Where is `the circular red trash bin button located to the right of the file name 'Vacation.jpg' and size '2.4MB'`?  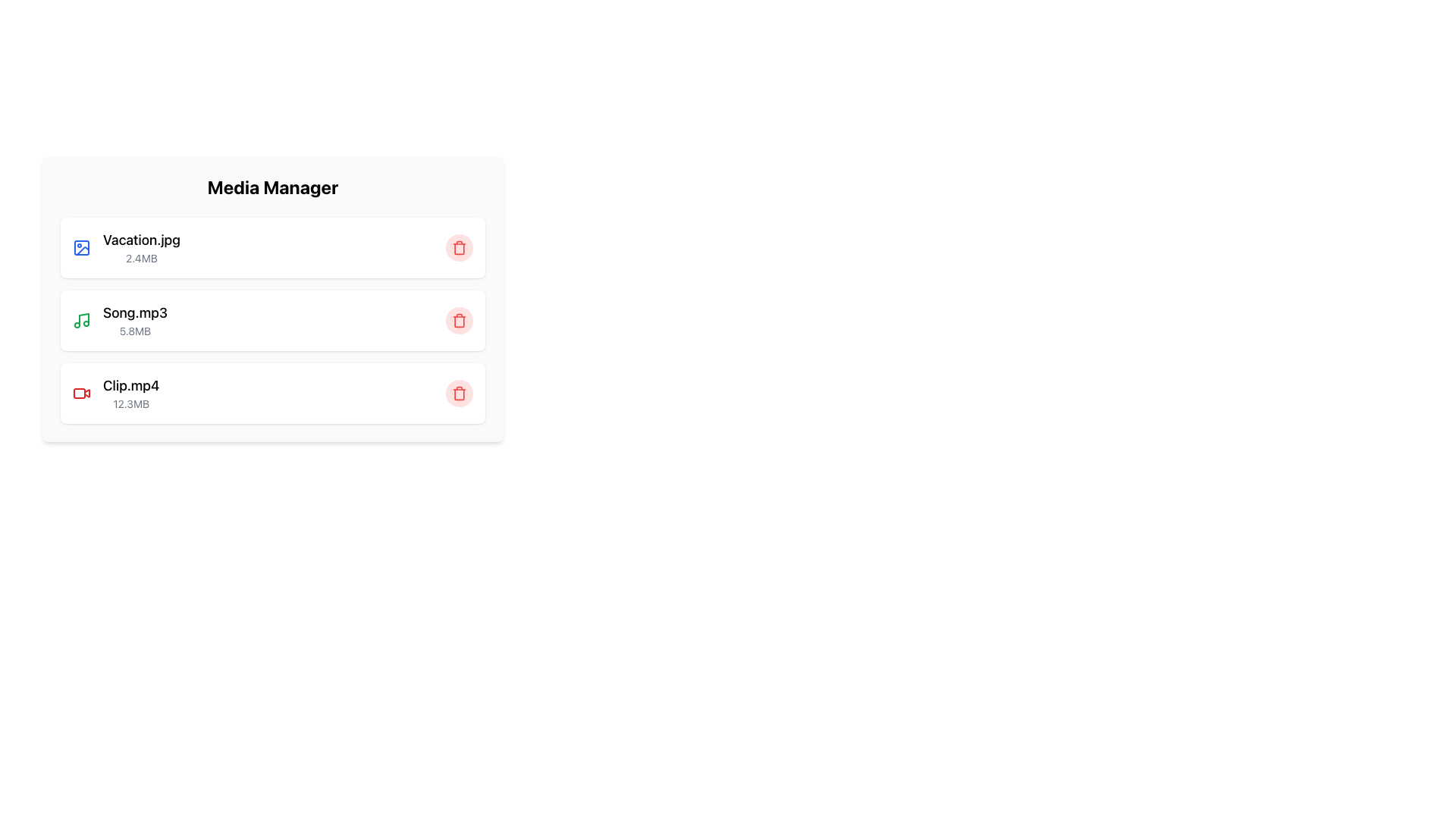 the circular red trash bin button located to the right of the file name 'Vacation.jpg' and size '2.4MB' is located at coordinates (458, 247).